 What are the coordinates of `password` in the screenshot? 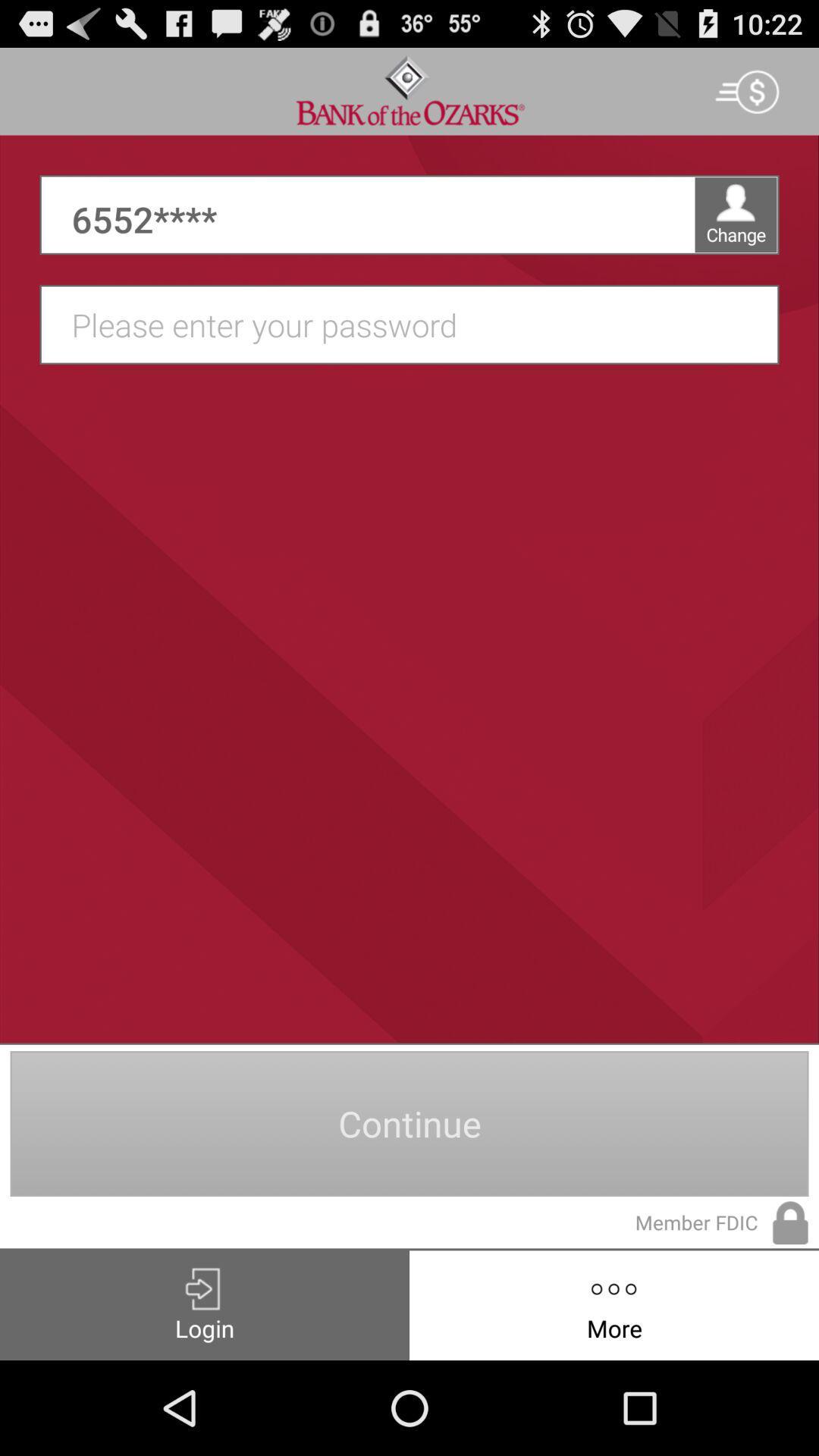 It's located at (417, 324).